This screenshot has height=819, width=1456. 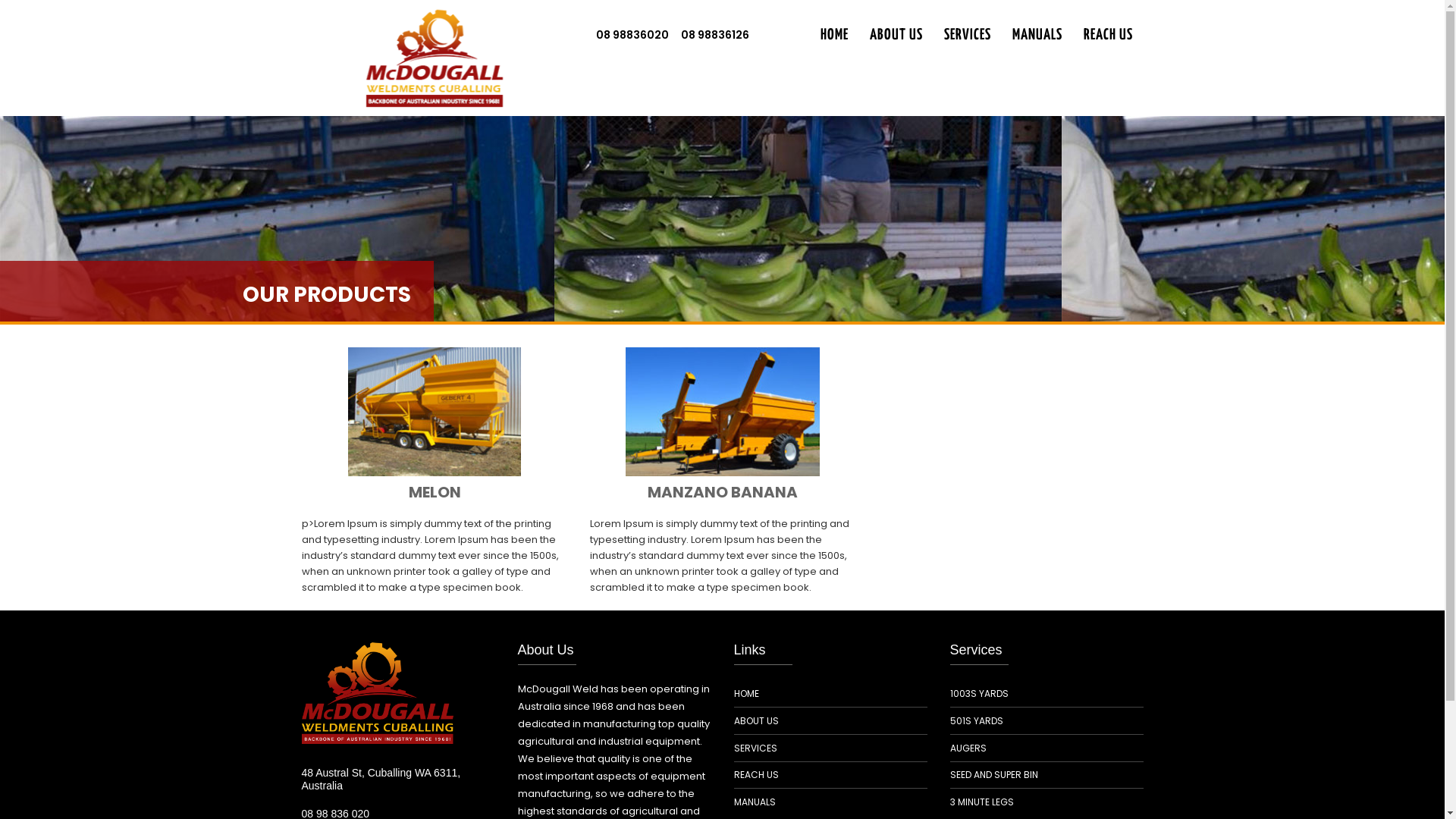 I want to click on 'ABOUT US', so click(x=895, y=35).